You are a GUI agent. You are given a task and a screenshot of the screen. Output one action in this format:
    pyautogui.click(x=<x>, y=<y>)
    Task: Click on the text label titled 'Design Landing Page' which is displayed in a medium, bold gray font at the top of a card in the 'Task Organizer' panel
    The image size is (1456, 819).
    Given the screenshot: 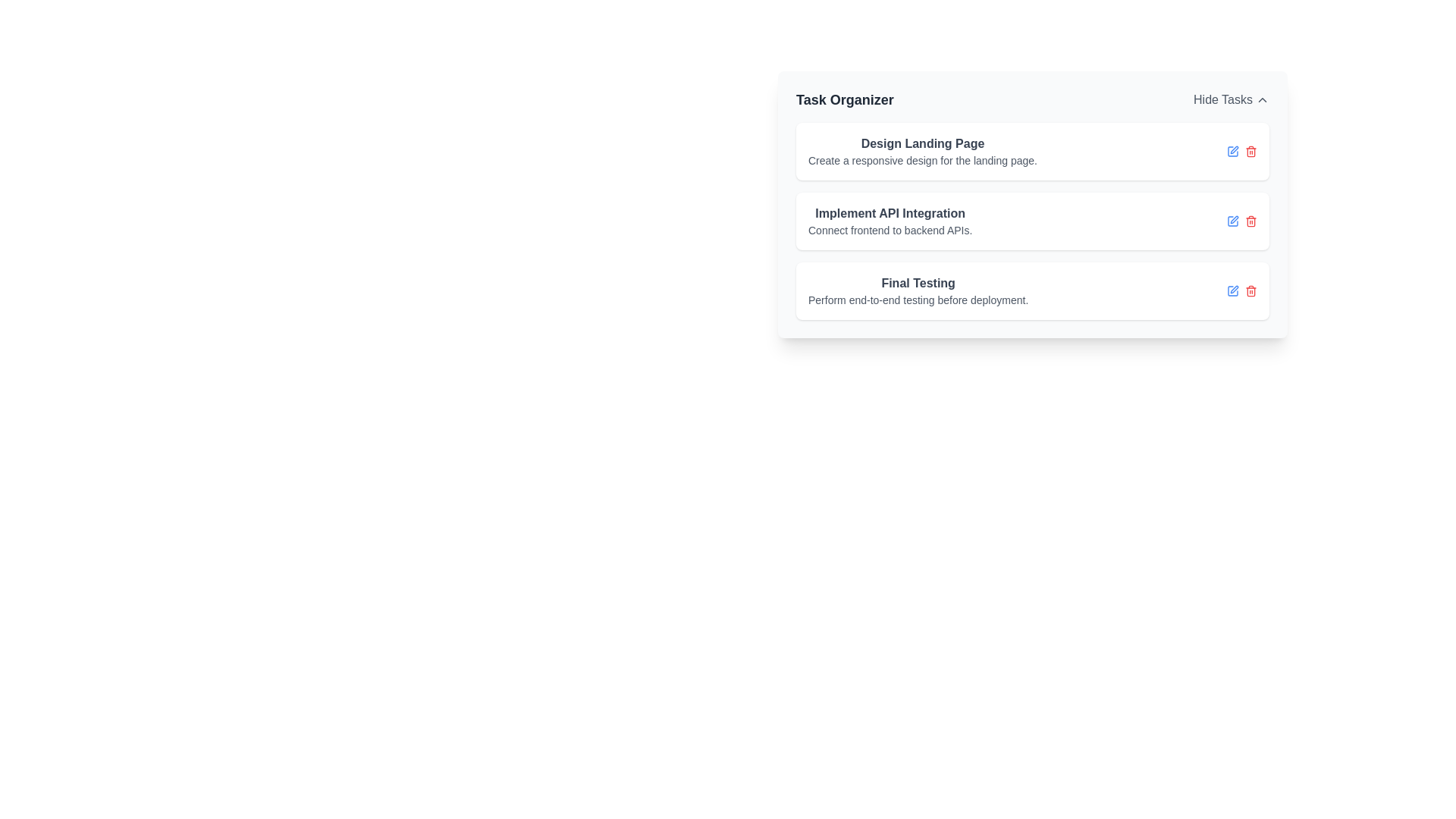 What is the action you would take?
    pyautogui.click(x=921, y=143)
    